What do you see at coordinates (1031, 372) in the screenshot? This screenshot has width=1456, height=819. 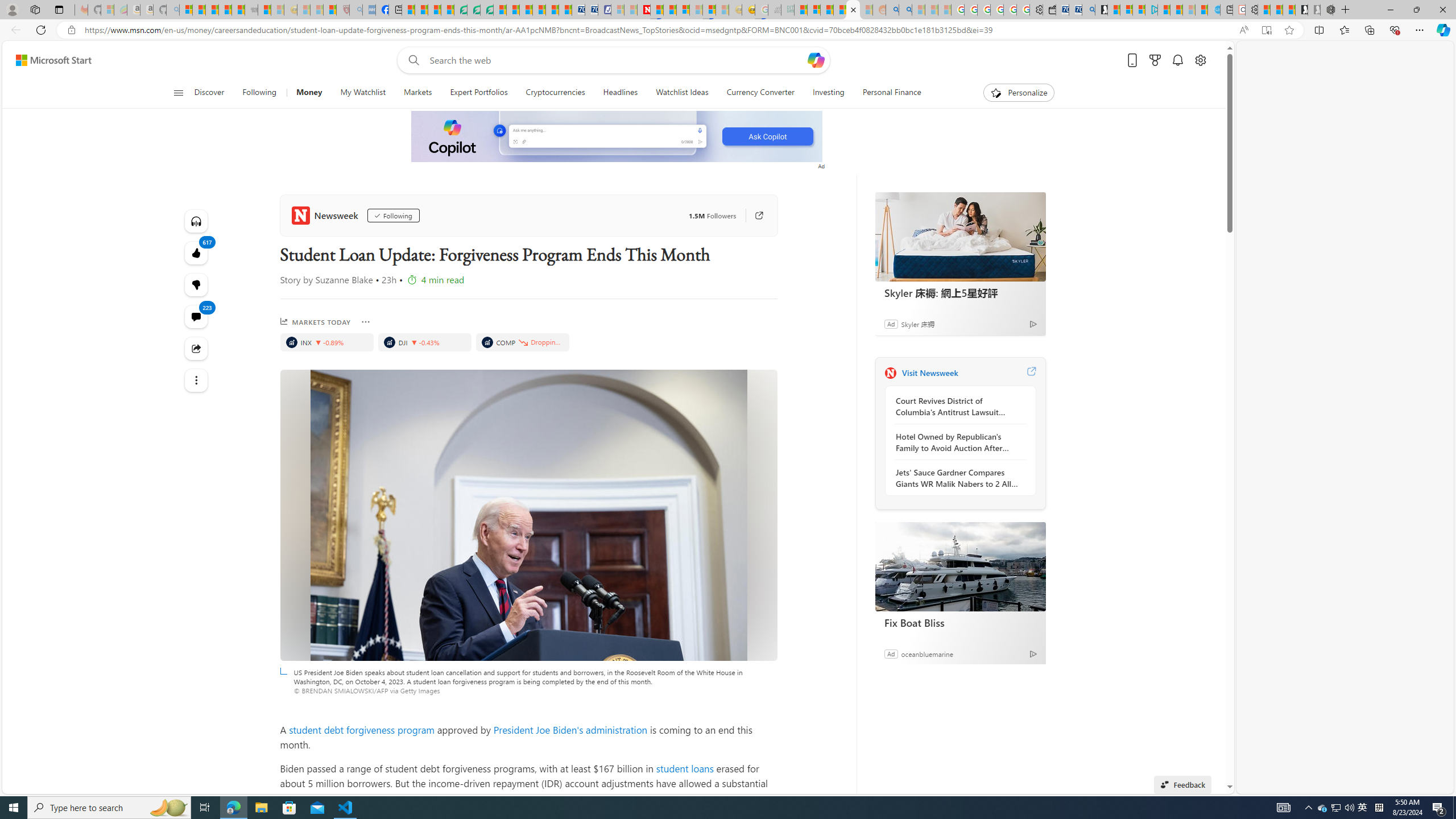 I see `'Visit Newsweek website'` at bounding box center [1031, 372].